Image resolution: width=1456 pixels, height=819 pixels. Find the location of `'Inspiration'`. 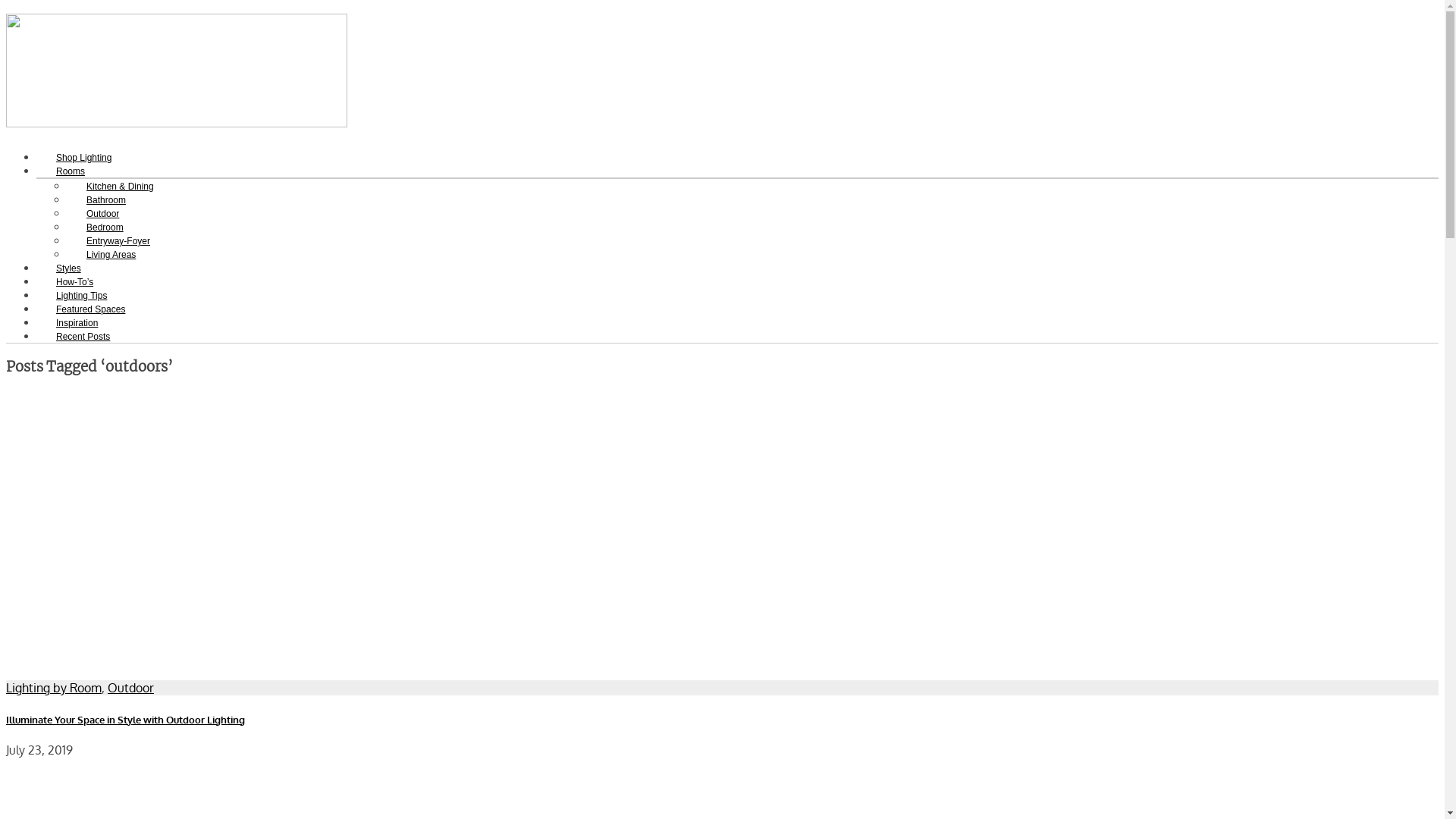

'Inspiration' is located at coordinates (76, 322).